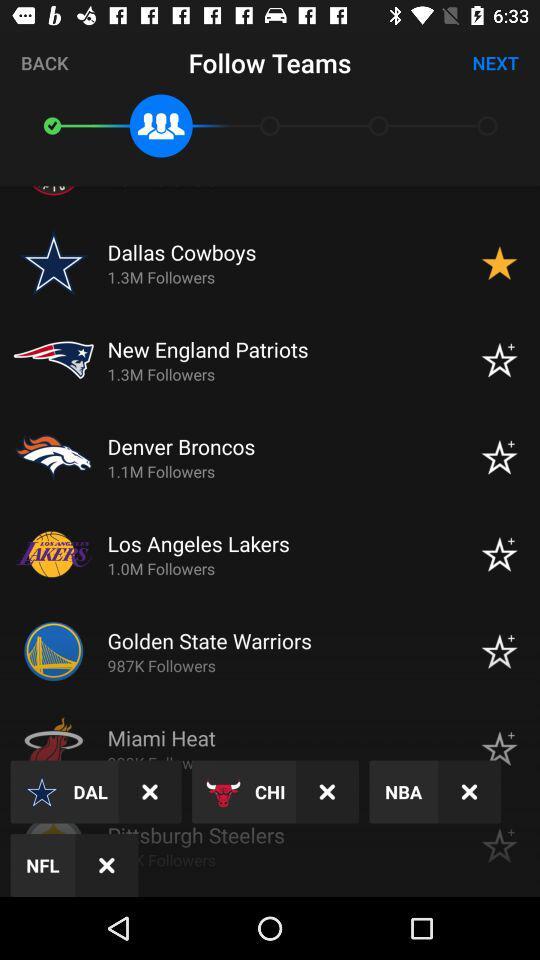 The width and height of the screenshot is (540, 960). What do you see at coordinates (498, 262) in the screenshot?
I see `the star symbol which is on the right of dallas cowboys` at bounding box center [498, 262].